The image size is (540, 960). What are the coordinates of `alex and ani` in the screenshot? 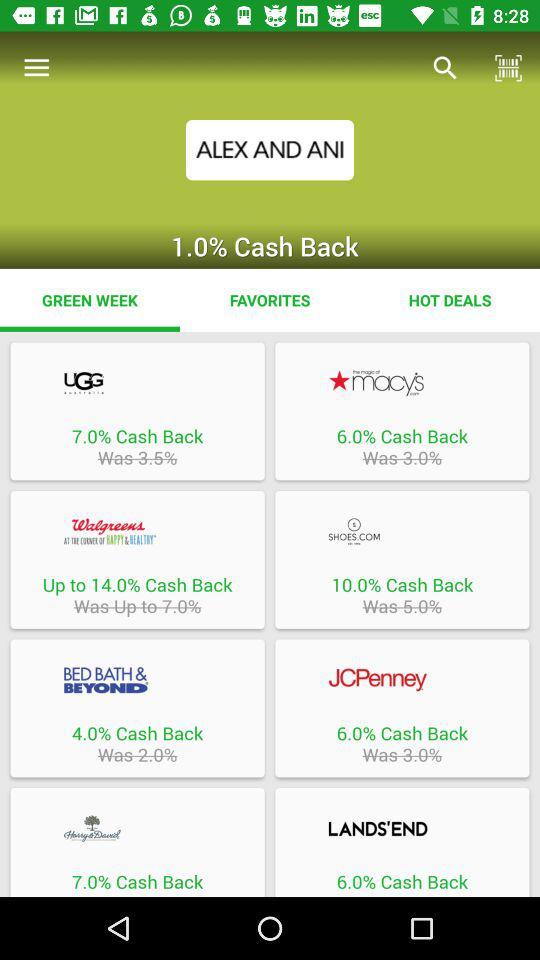 It's located at (270, 148).